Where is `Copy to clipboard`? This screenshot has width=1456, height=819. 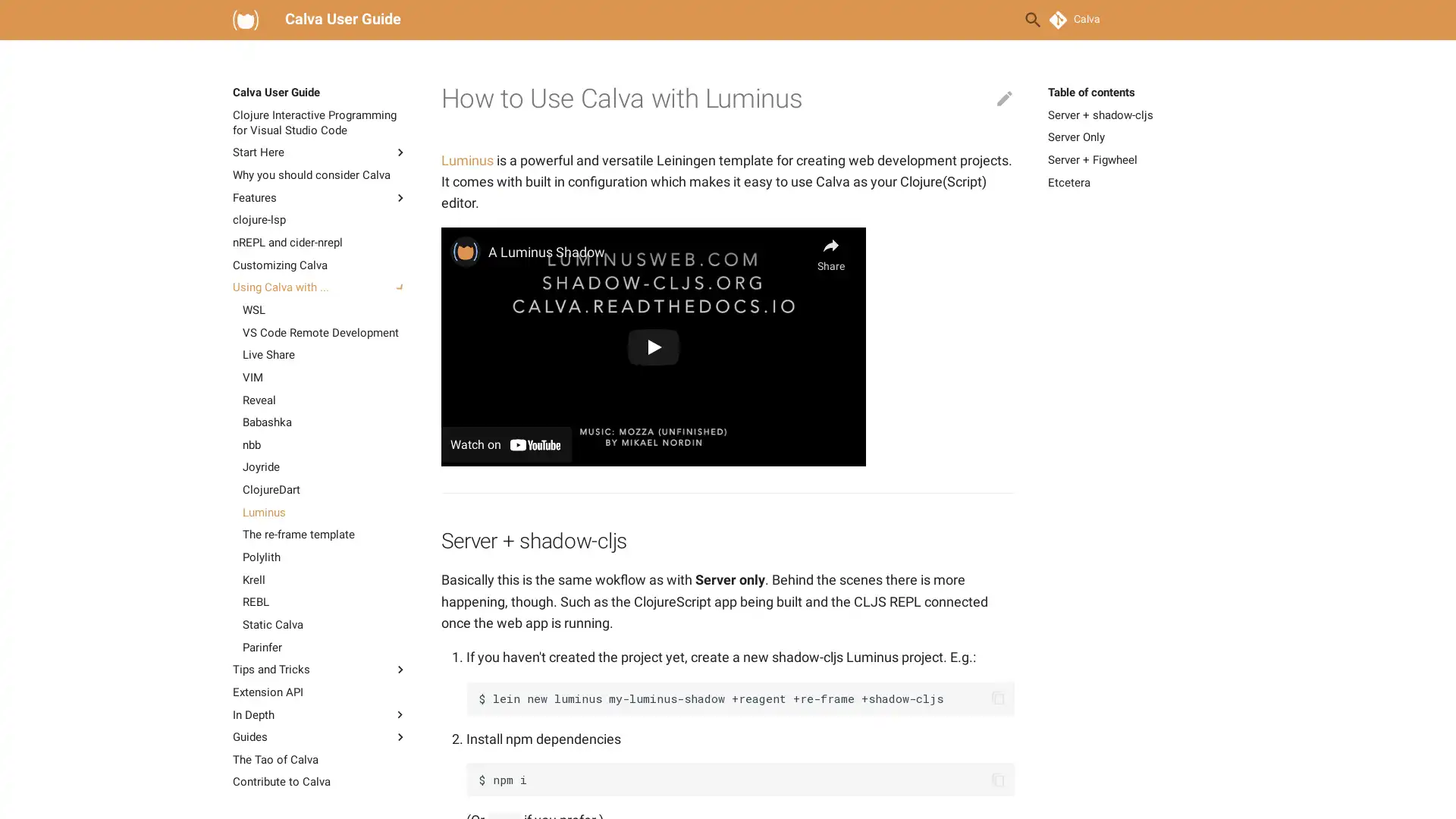 Copy to clipboard is located at coordinates (997, 698).